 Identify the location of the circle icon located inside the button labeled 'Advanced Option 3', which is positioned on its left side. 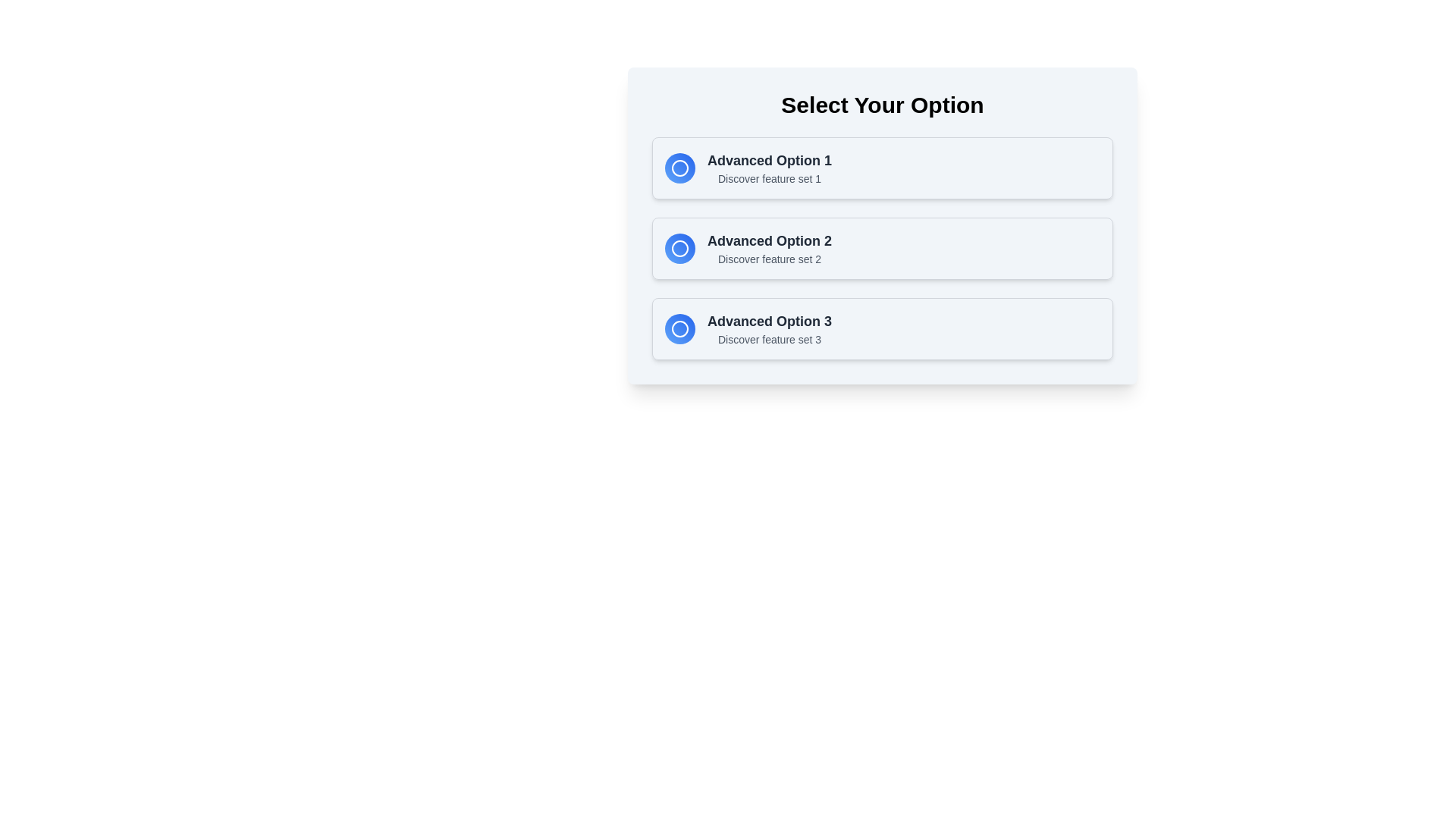
(679, 328).